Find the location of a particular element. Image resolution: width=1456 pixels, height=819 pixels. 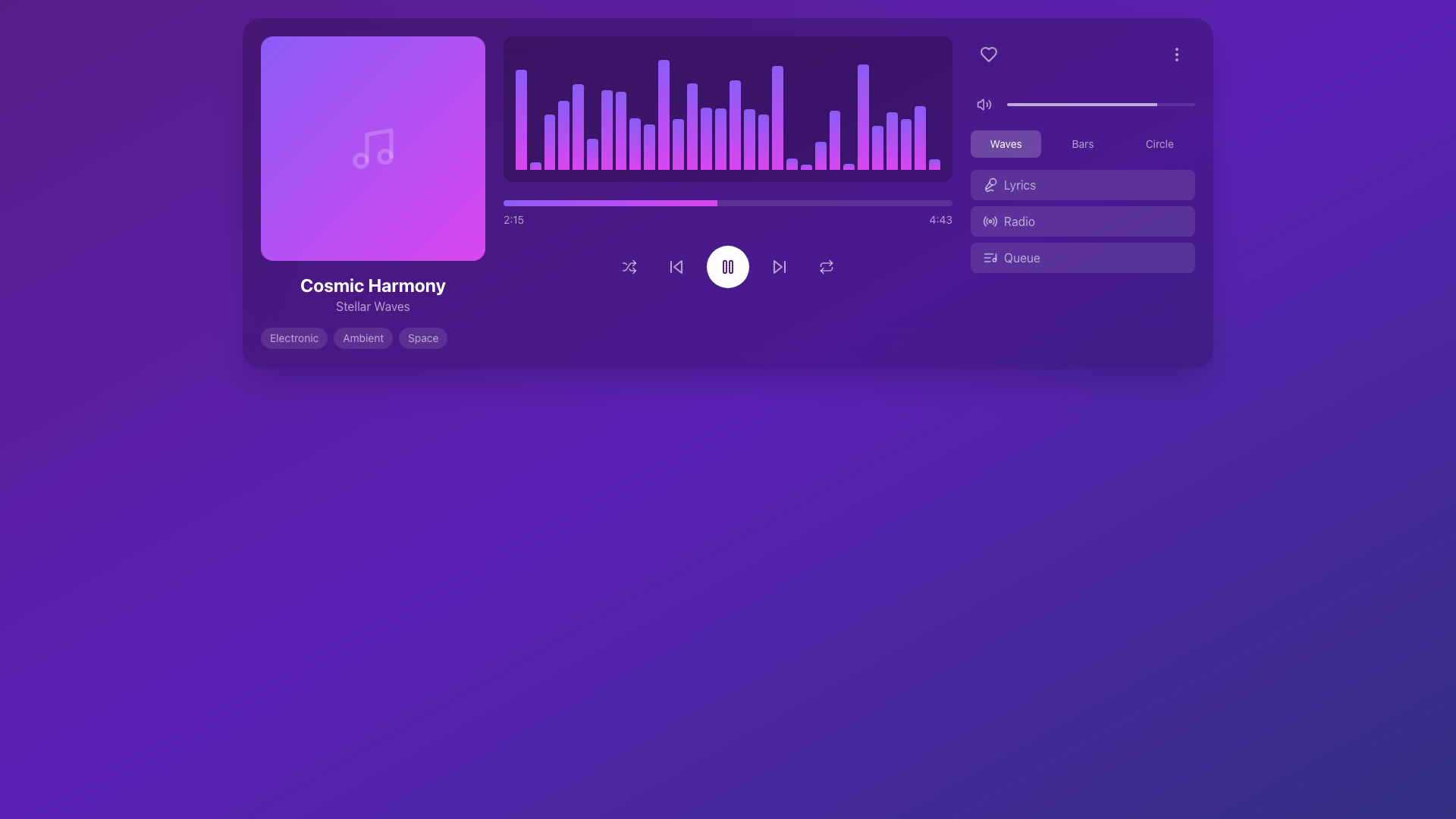

the third and rightmost label that categorizes content, positioned below 'Cosmic Harmony' and 'Stellar Waves' is located at coordinates (423, 337).